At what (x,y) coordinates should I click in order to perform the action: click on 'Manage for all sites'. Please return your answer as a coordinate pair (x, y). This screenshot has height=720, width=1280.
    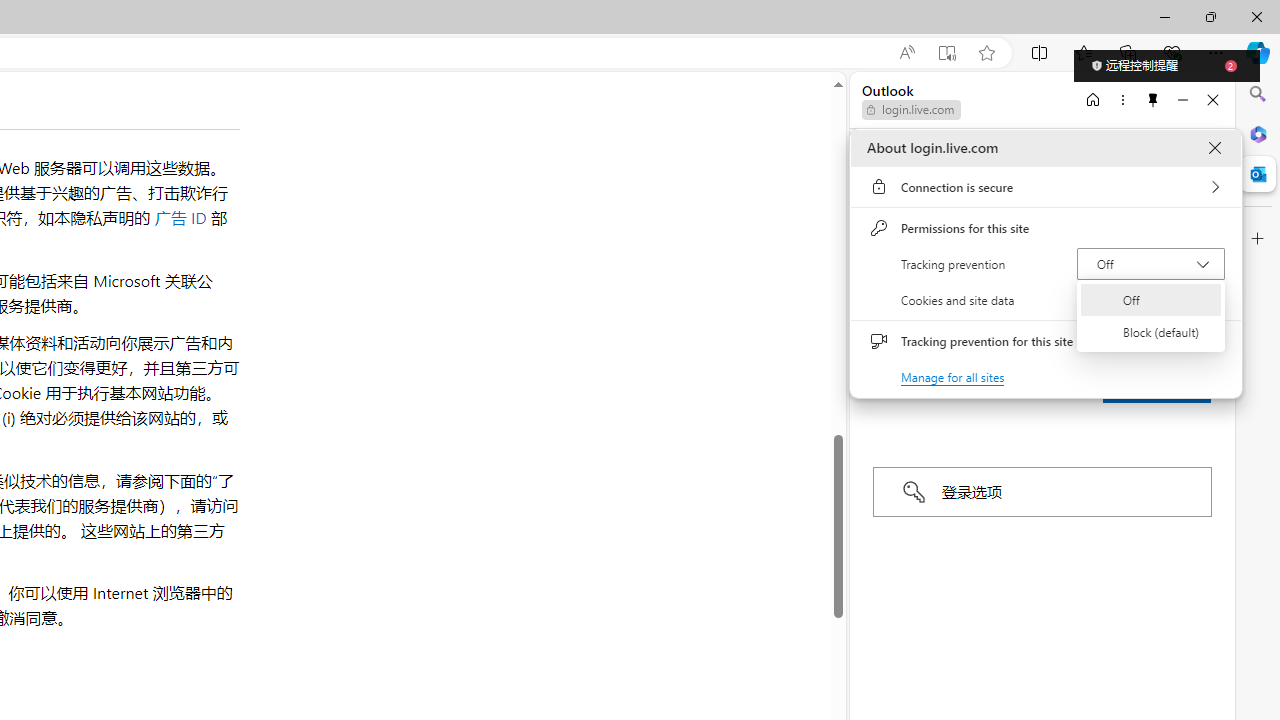
    Looking at the image, I should click on (951, 377).